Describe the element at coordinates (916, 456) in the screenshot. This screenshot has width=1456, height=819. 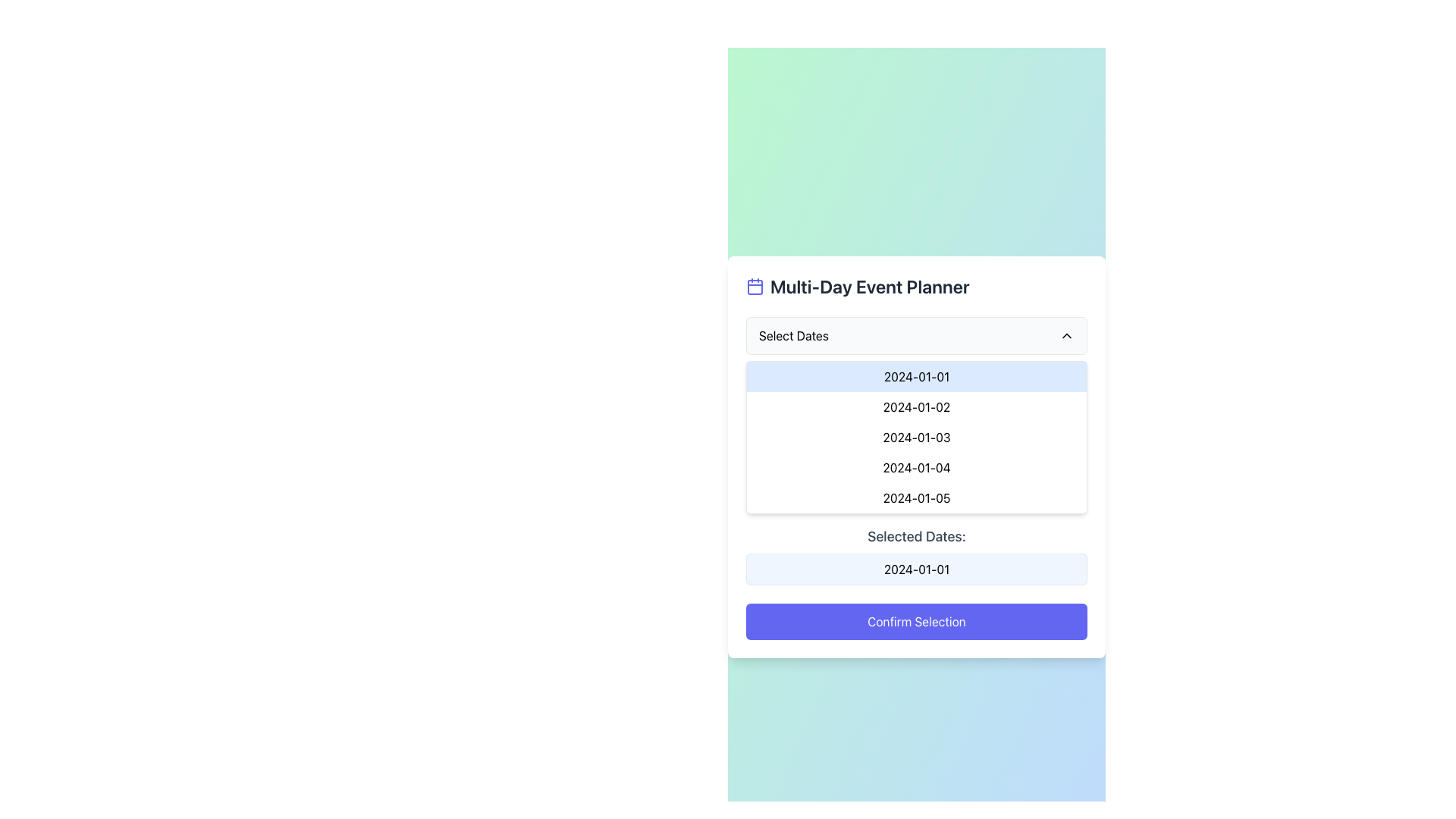
I see `the date selection element within the date range selector interface` at that location.